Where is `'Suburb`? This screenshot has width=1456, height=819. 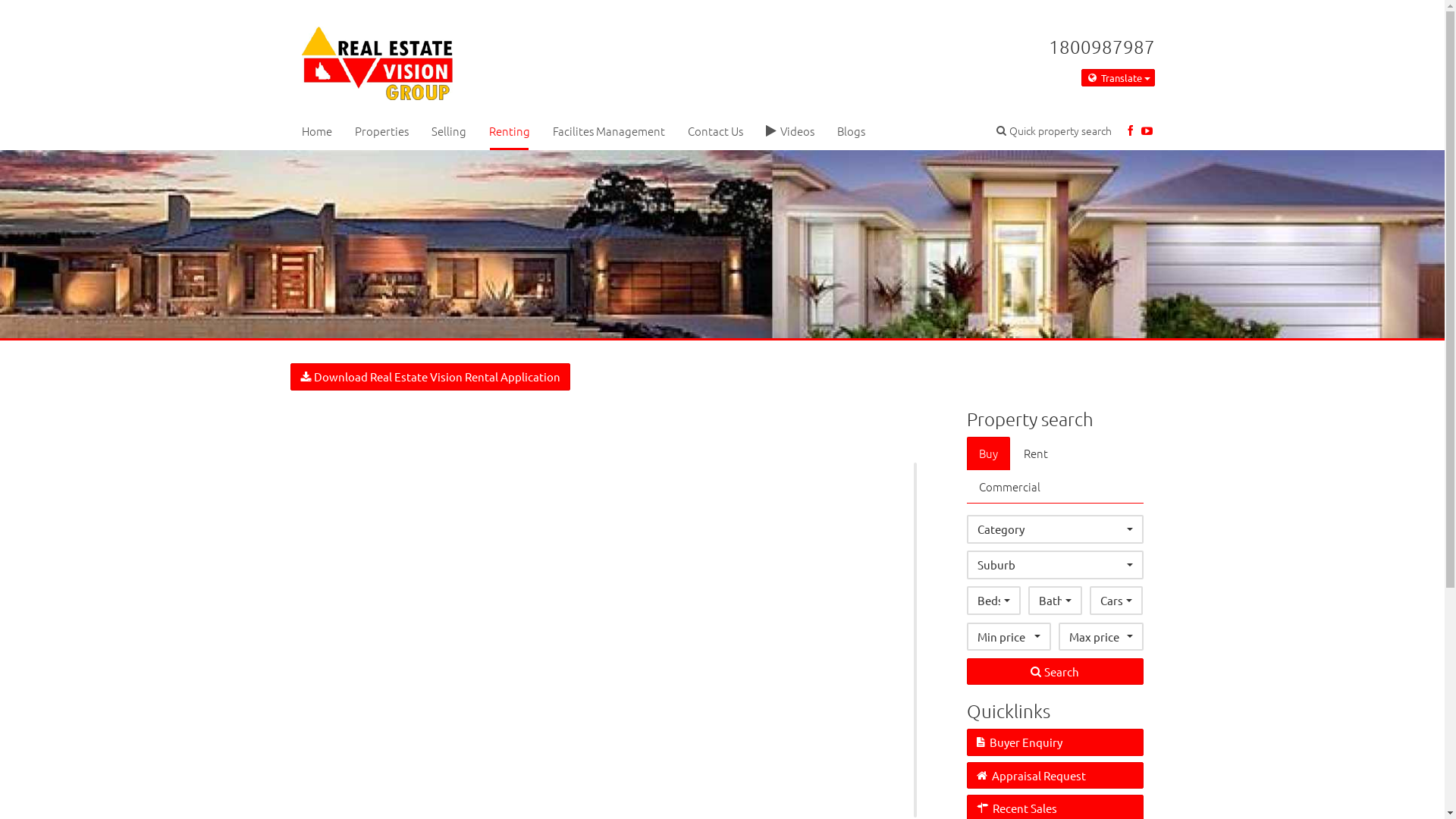 'Suburb is located at coordinates (1054, 564).